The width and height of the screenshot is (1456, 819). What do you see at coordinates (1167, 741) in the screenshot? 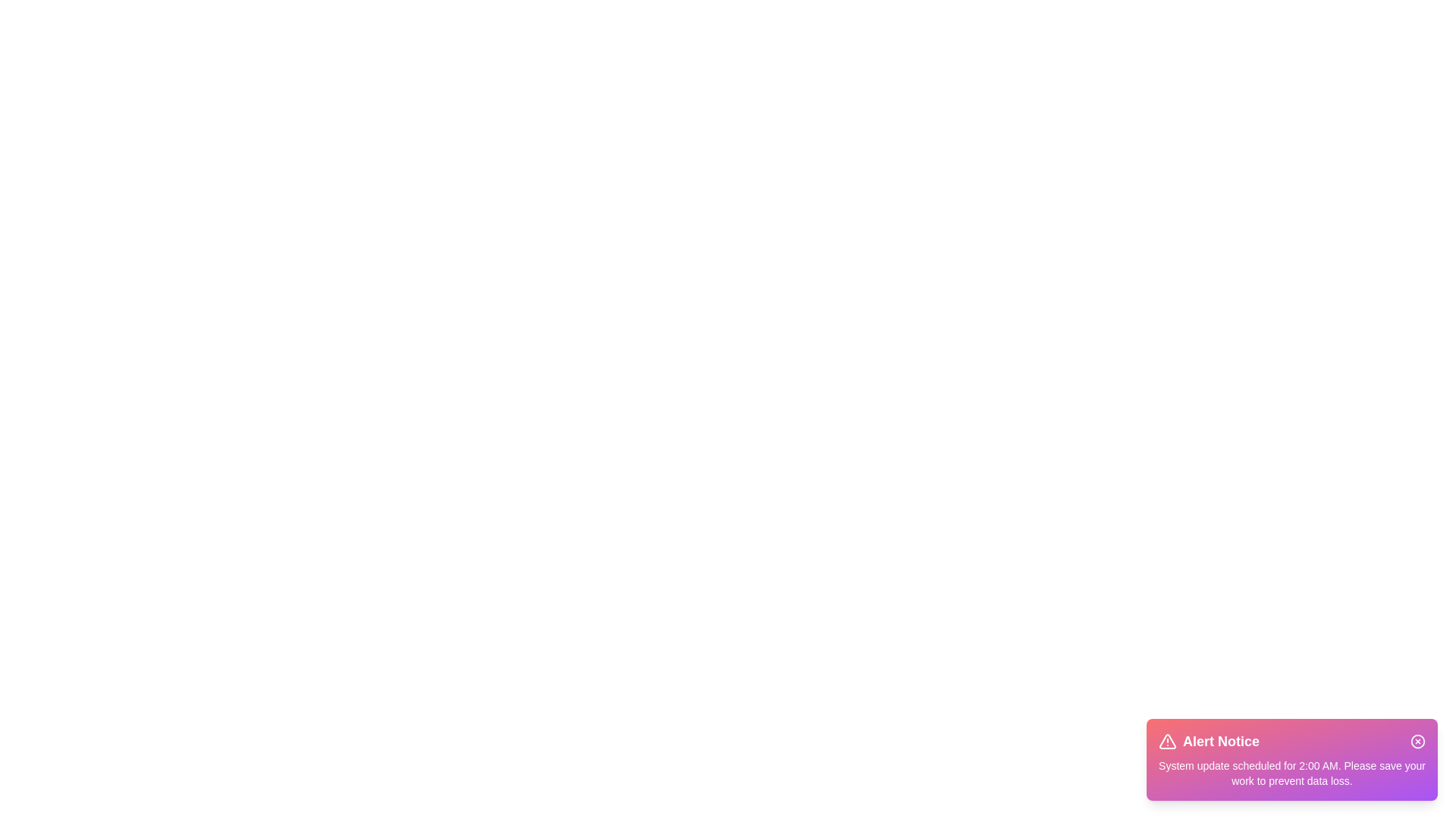
I see `the alert icon to view additional context` at bounding box center [1167, 741].